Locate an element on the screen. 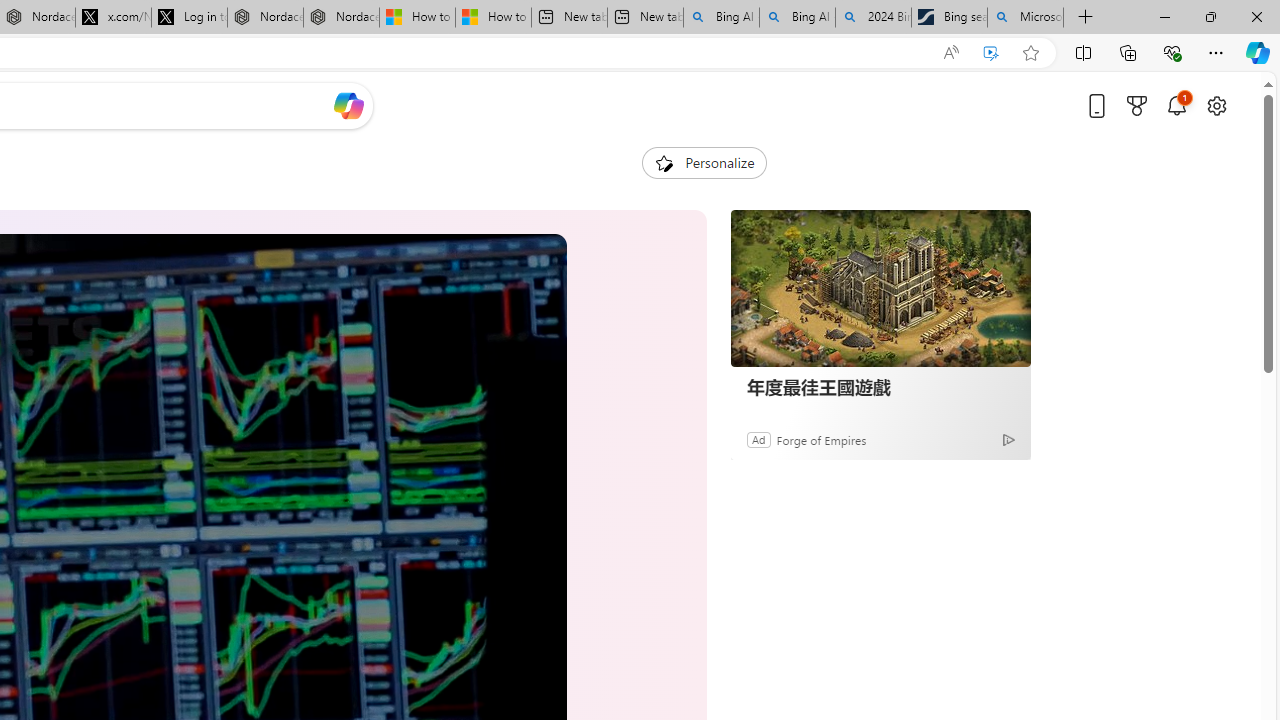 This screenshot has width=1280, height=720. 'Close' is located at coordinates (1255, 16).